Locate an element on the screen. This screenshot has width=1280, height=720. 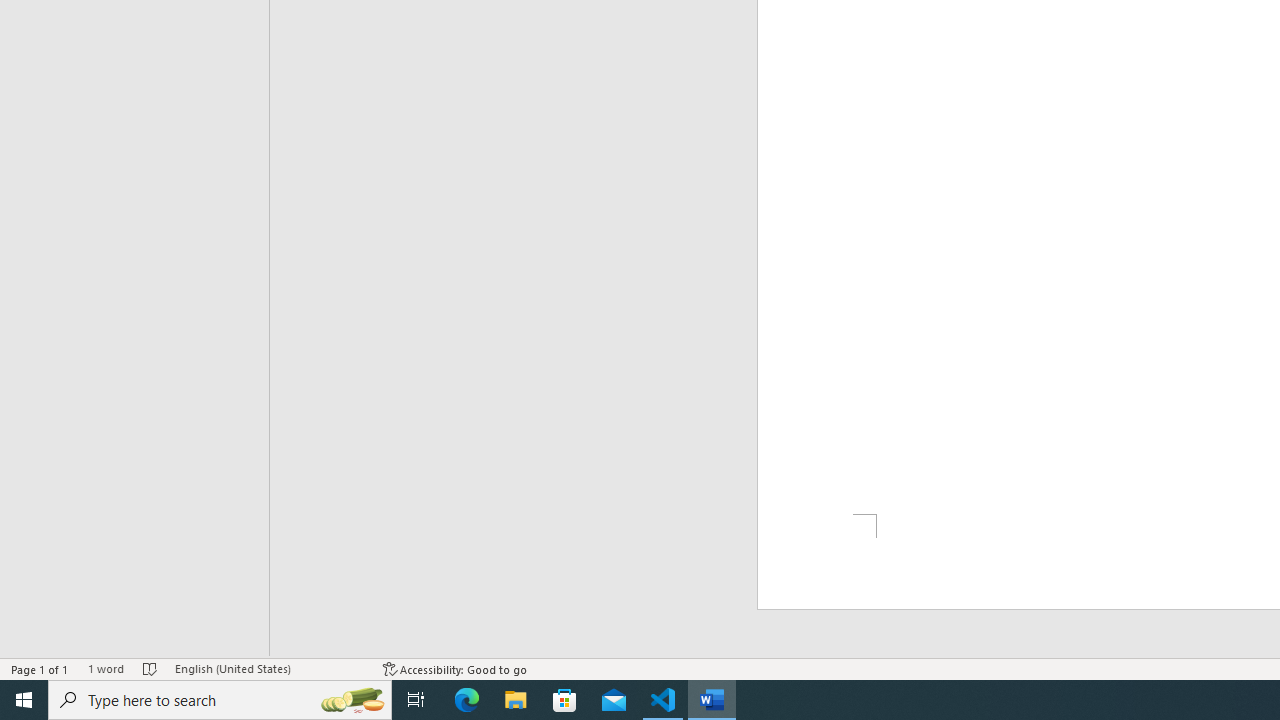
'Page Number Page 1 of 1' is located at coordinates (40, 669).